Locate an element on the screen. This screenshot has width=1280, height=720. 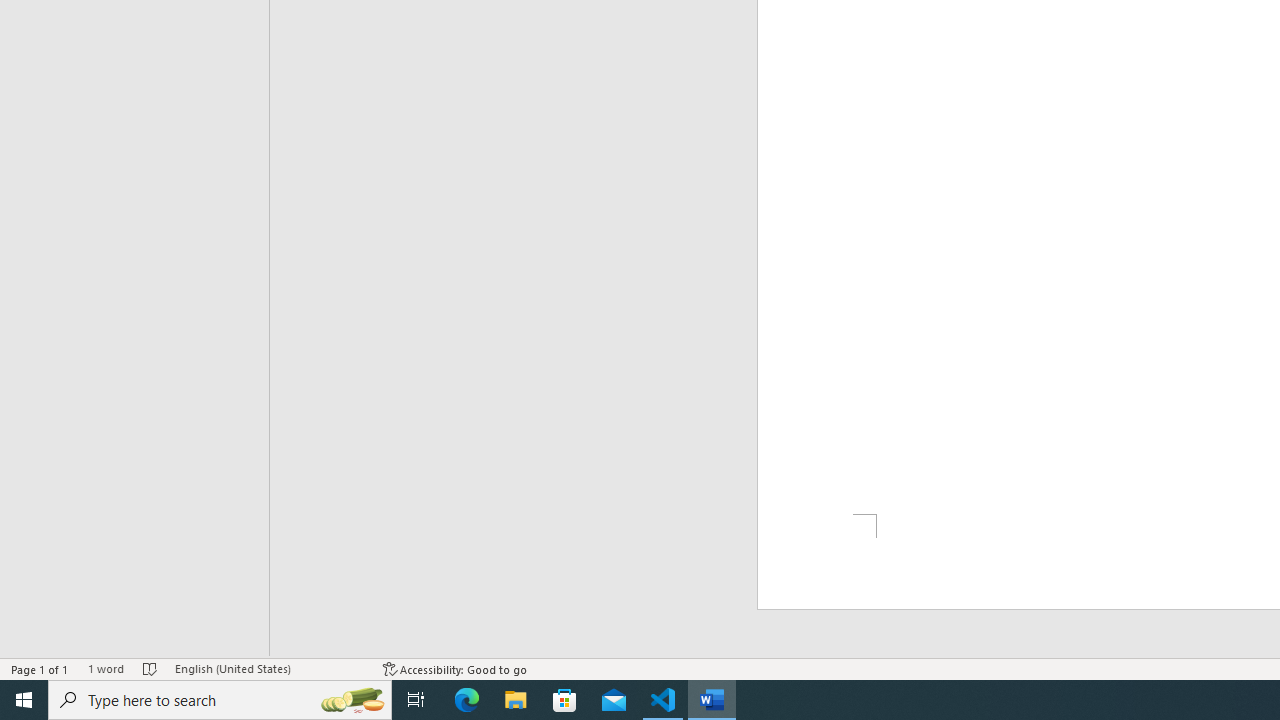
'Page Number Page 1 of 1' is located at coordinates (40, 669).